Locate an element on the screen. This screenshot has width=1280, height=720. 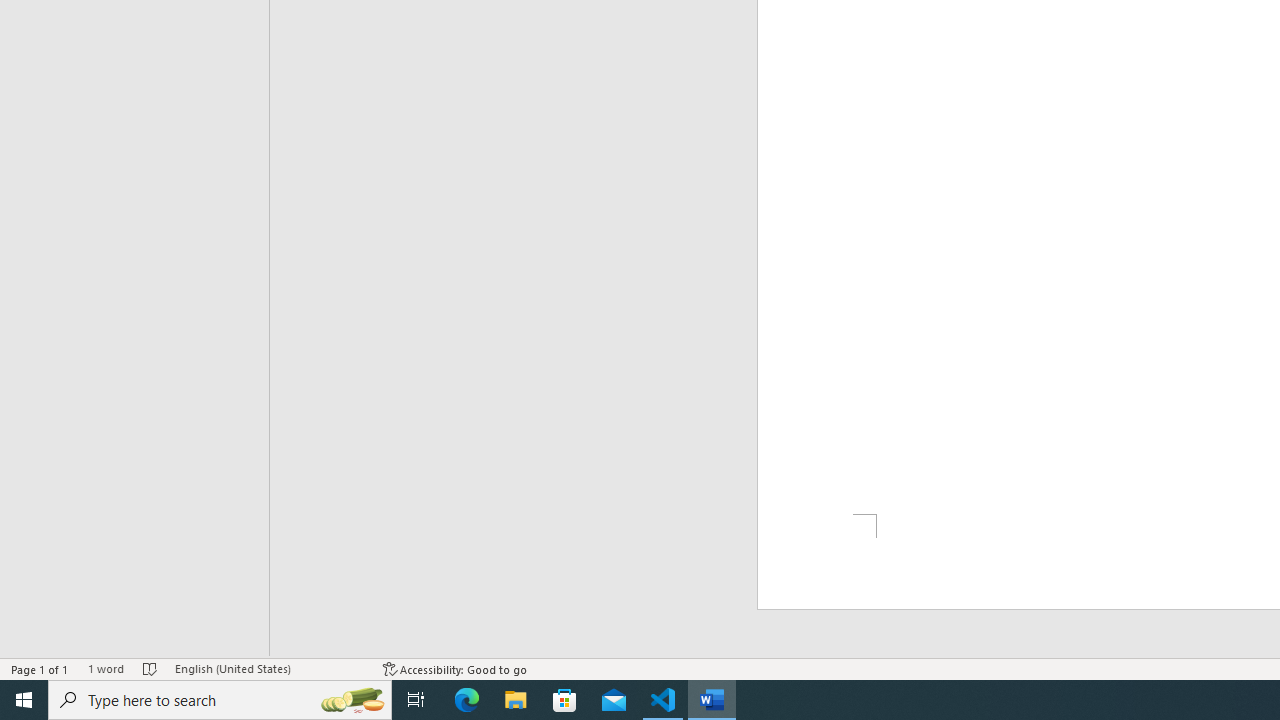
'Page Number Page 1 of 1' is located at coordinates (40, 669).